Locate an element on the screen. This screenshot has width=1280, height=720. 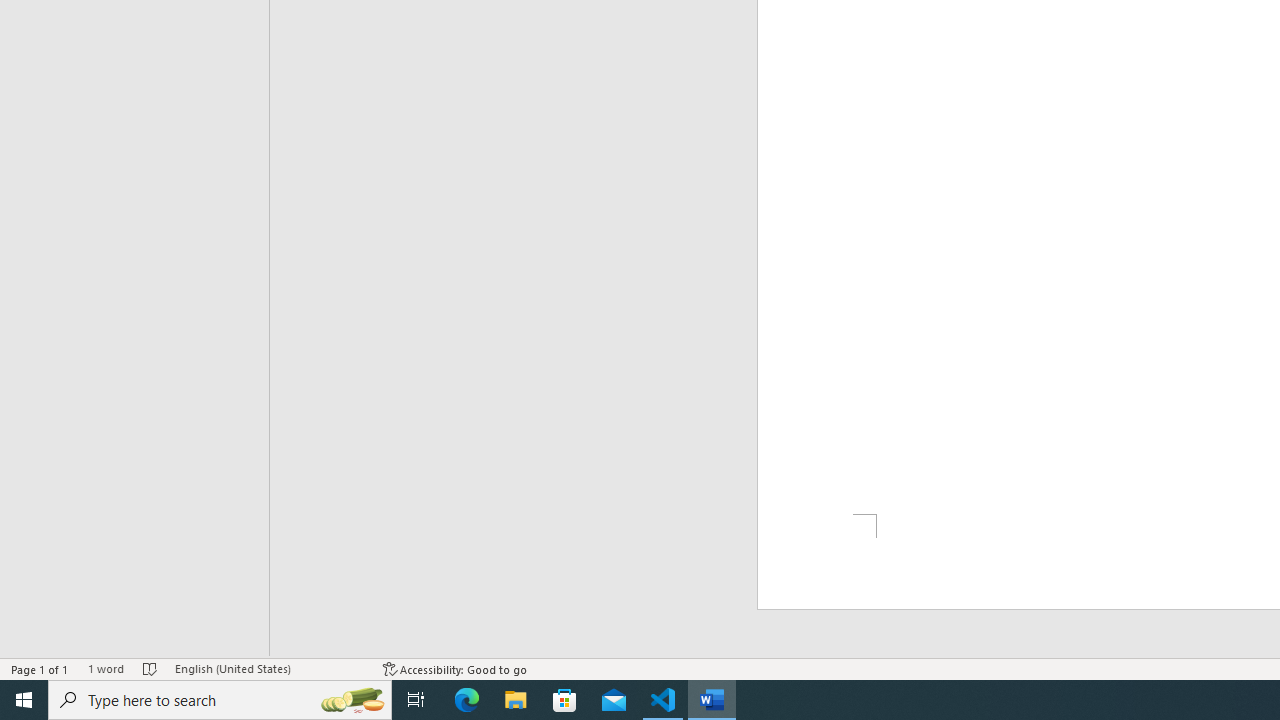
'Page Number Page 1 of 1' is located at coordinates (40, 669).